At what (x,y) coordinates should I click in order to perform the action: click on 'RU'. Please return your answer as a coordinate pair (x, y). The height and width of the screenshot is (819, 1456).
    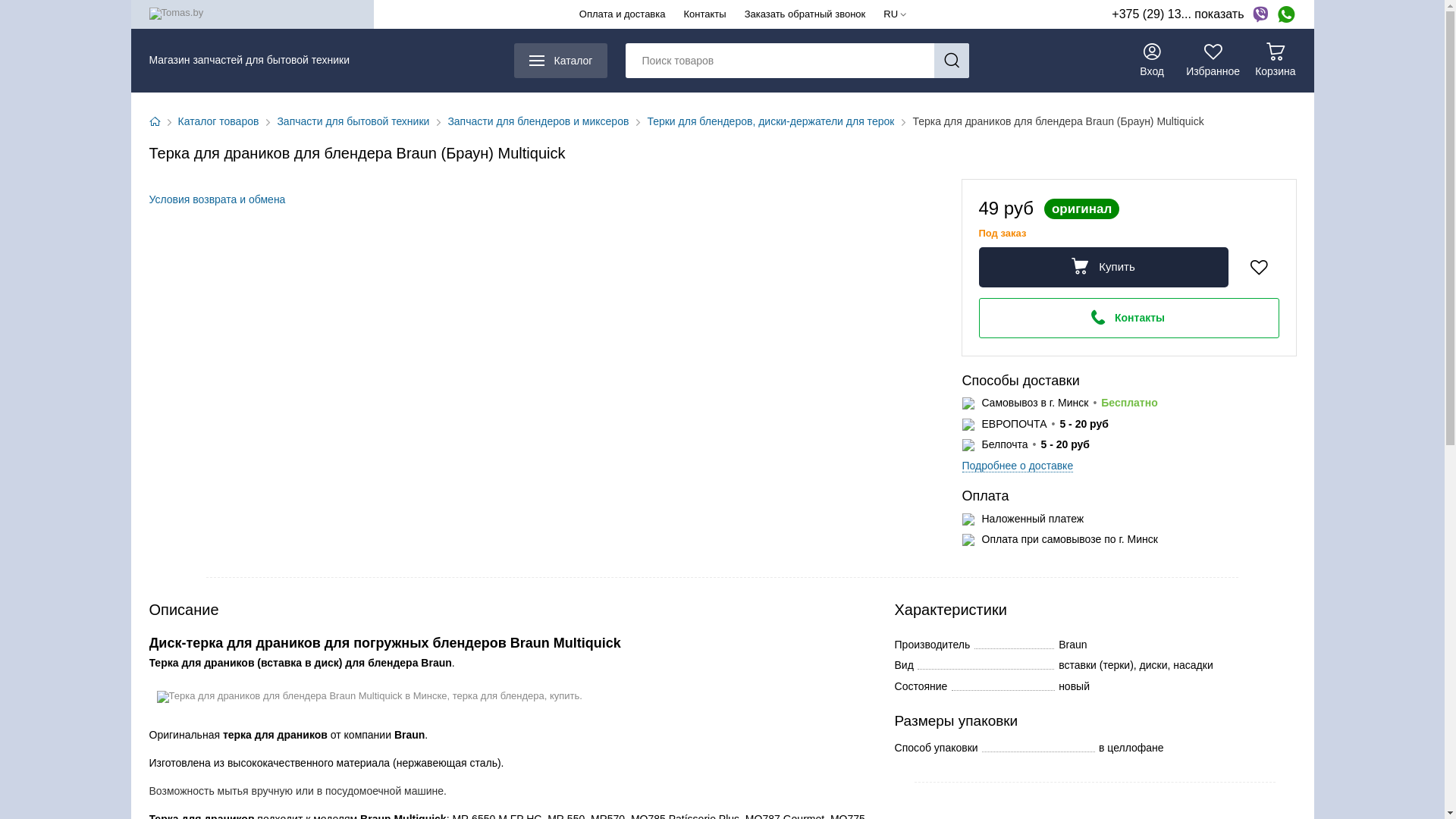
    Looking at the image, I should click on (895, 14).